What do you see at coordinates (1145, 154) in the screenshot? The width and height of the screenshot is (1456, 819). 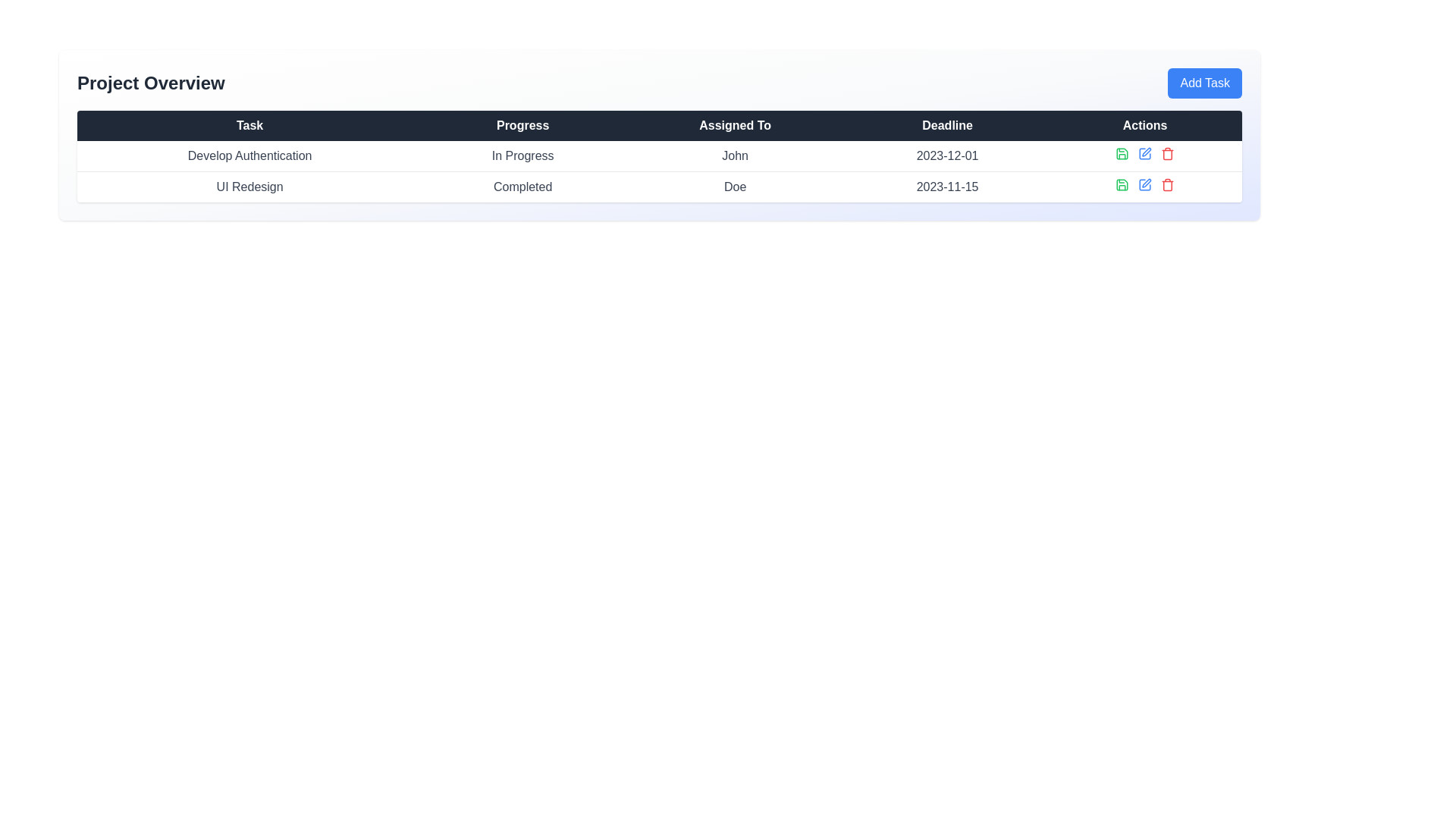 I see `the edit button icon in the 'Actions' row of the 'Project Overview' interface for the task 'Develop Authentication' to possibly reveal a tooltip` at bounding box center [1145, 154].